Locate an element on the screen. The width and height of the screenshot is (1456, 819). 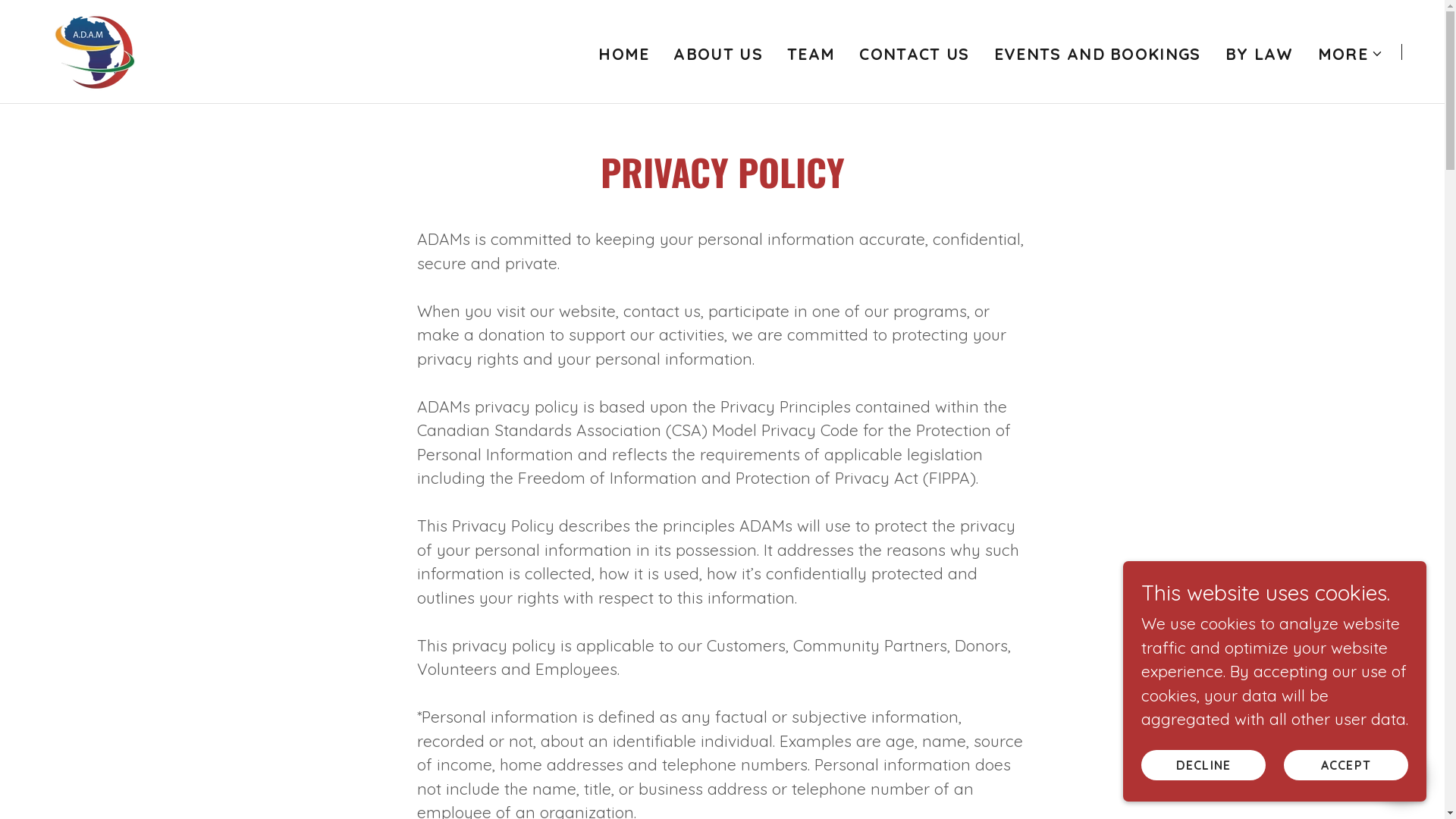
'HOME' is located at coordinates (623, 52).